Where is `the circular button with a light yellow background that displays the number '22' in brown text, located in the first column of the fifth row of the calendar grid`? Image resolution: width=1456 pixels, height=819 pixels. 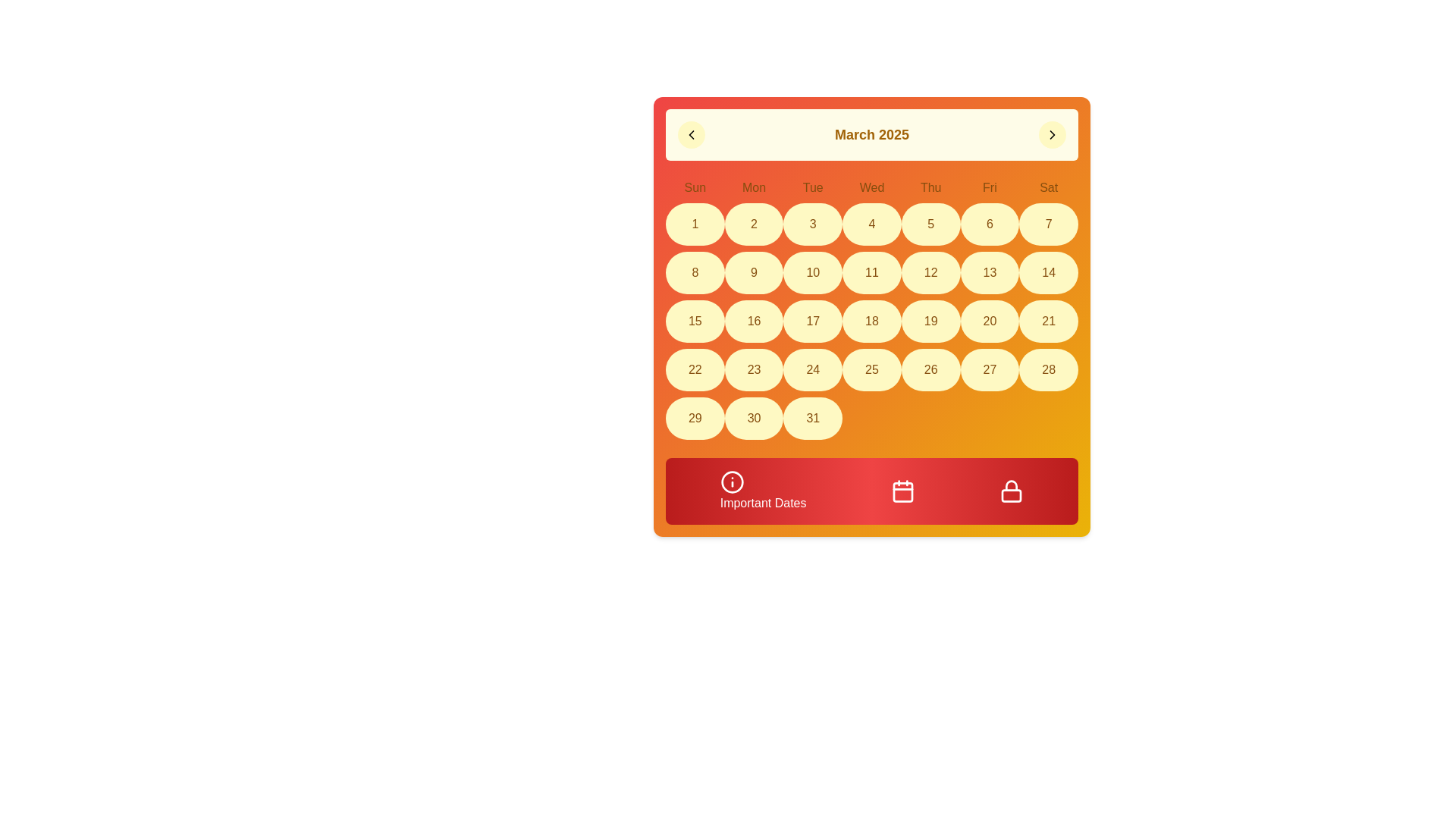
the circular button with a light yellow background that displays the number '22' in brown text, located in the first column of the fifth row of the calendar grid is located at coordinates (694, 370).